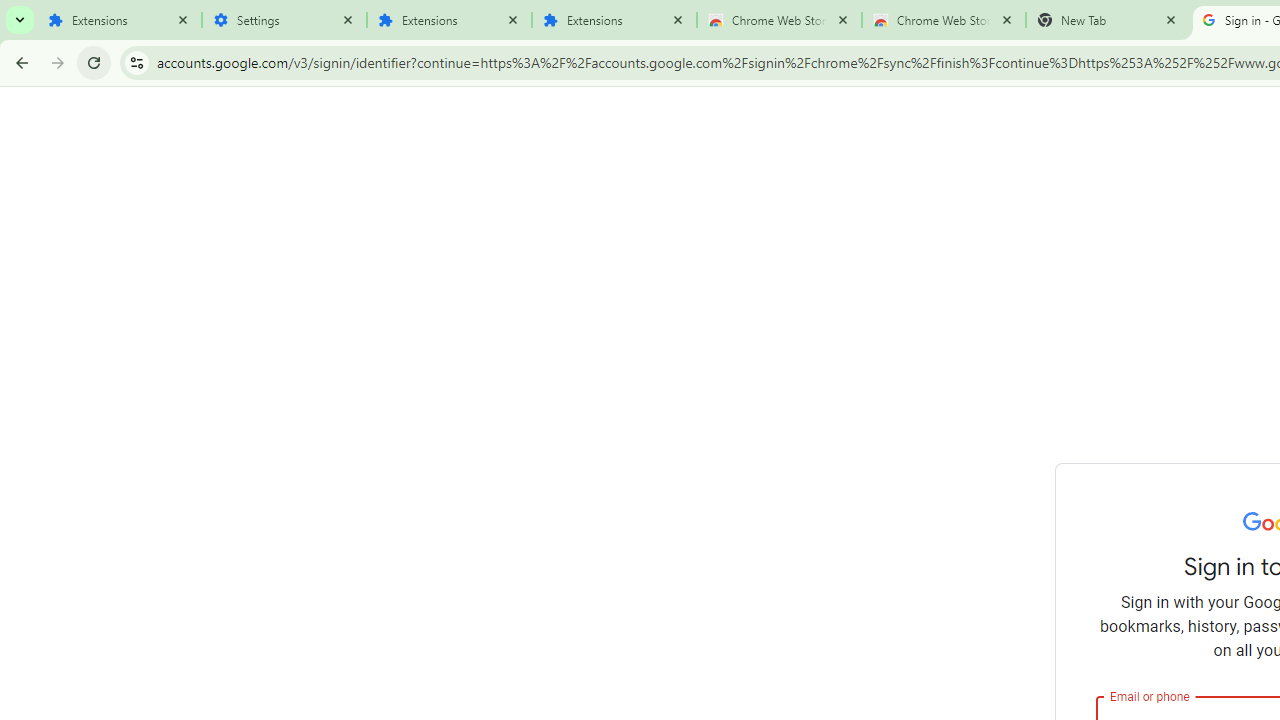 The height and width of the screenshot is (720, 1280). What do you see at coordinates (58, 61) in the screenshot?
I see `'Forward'` at bounding box center [58, 61].